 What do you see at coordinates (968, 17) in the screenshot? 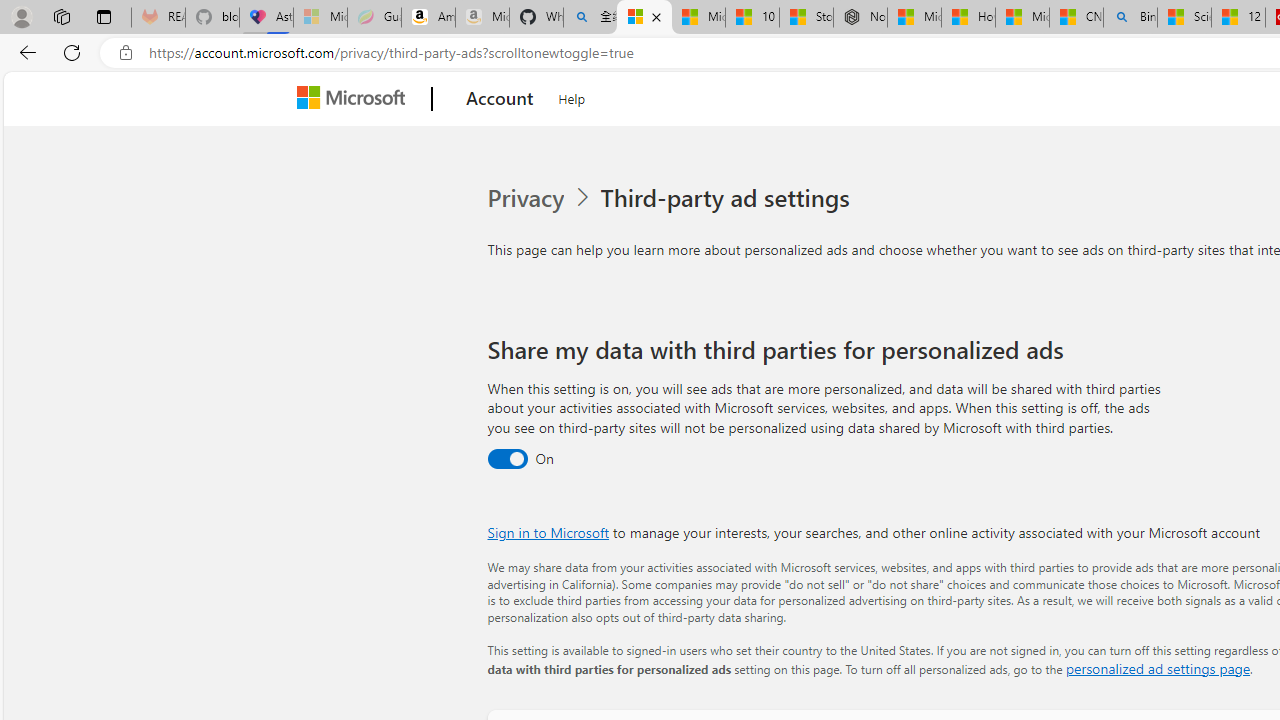
I see `'How I Got Rid of Microsoft Edge'` at bounding box center [968, 17].